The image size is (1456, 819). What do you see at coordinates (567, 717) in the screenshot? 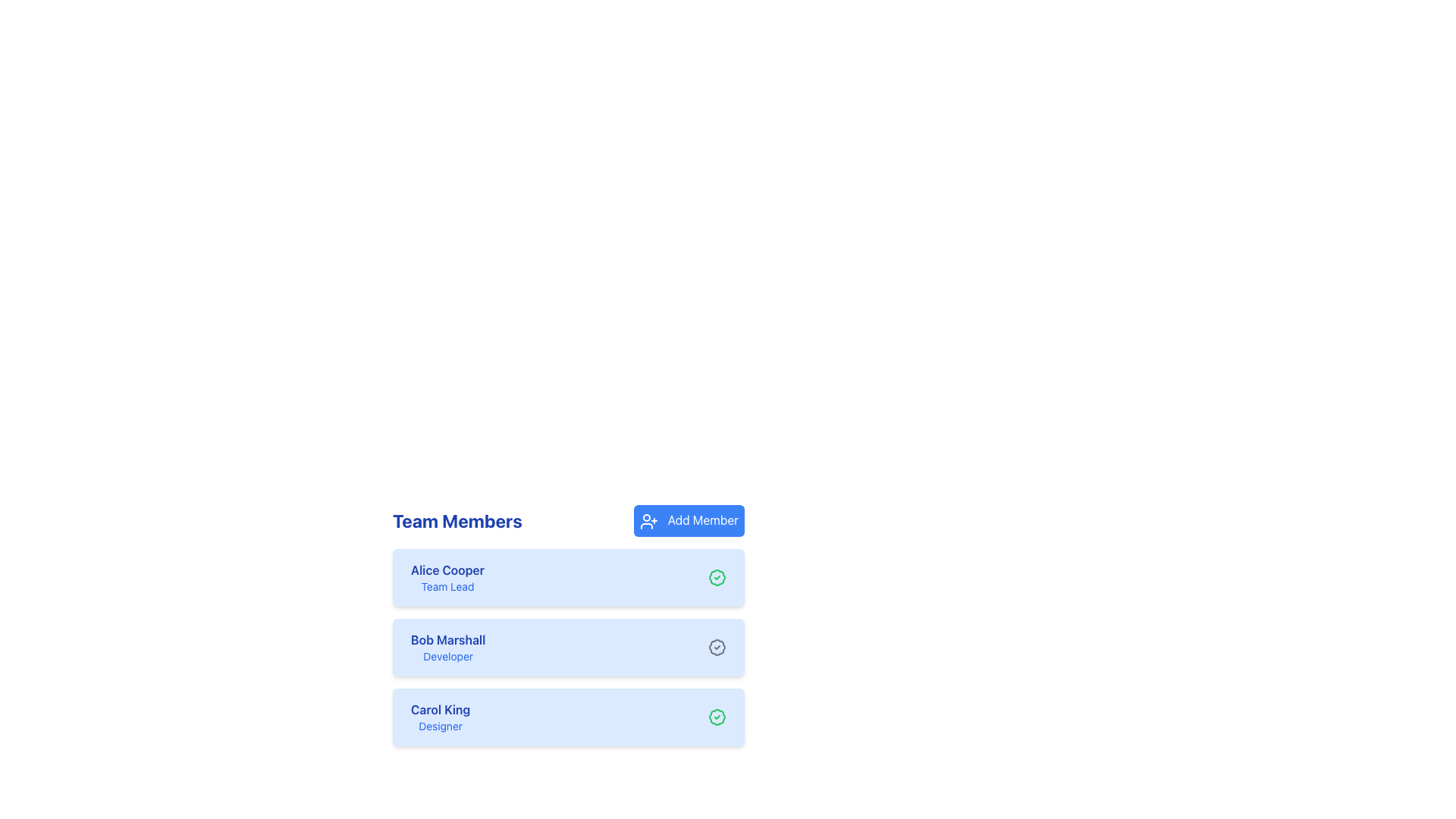
I see `text content of the third item in the 'Team Members' list, which displays 'Carol King' in bold blue and 'Designer' in lighter blue, with a green checkmark icon on the right` at bounding box center [567, 717].